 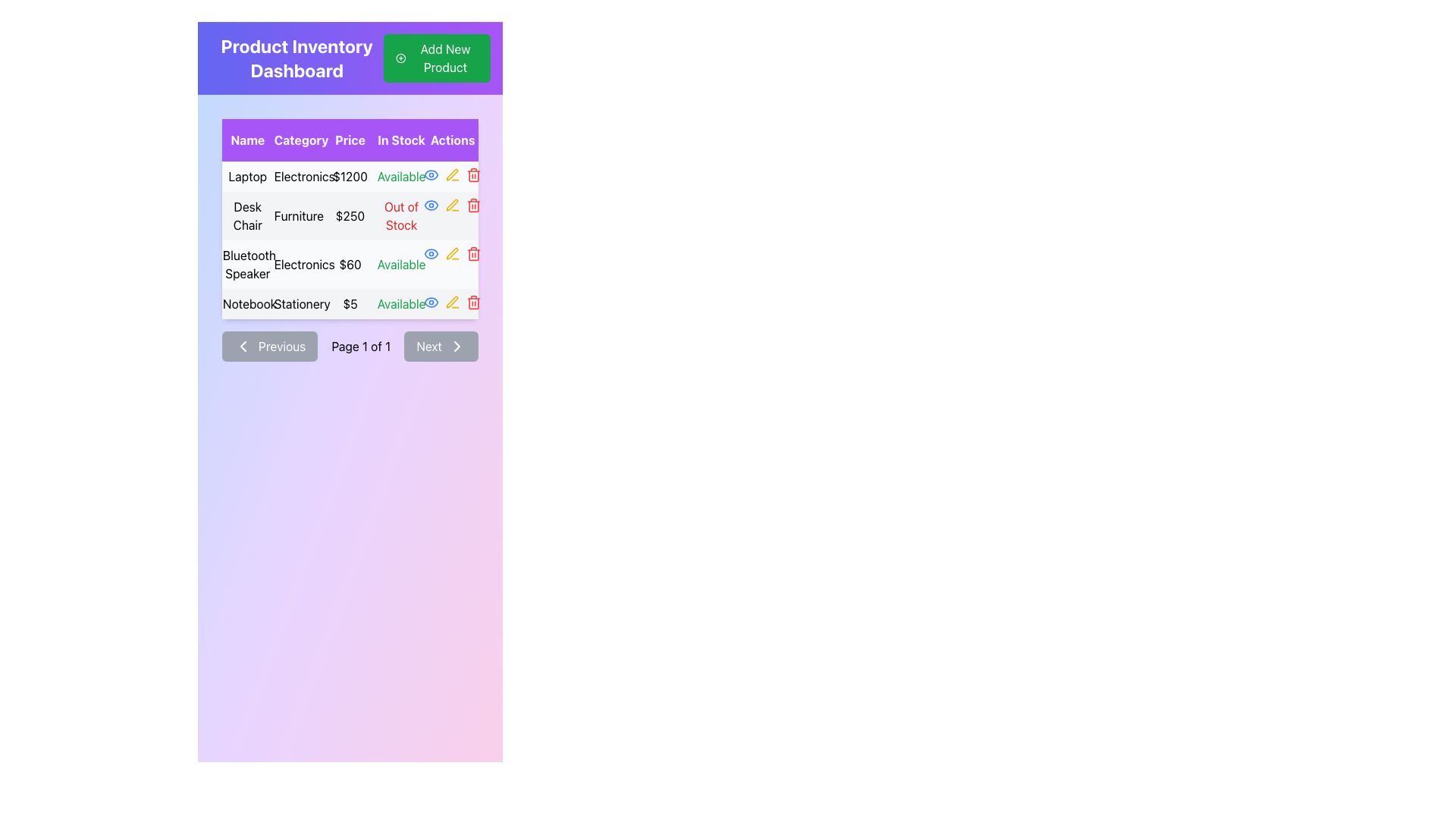 What do you see at coordinates (401, 216) in the screenshot?
I see `the static text label indicating that the Desk Chair is not available for purchase, located in the second row of the table under the 'In Stock' column, to the right of the '$250' cell` at bounding box center [401, 216].